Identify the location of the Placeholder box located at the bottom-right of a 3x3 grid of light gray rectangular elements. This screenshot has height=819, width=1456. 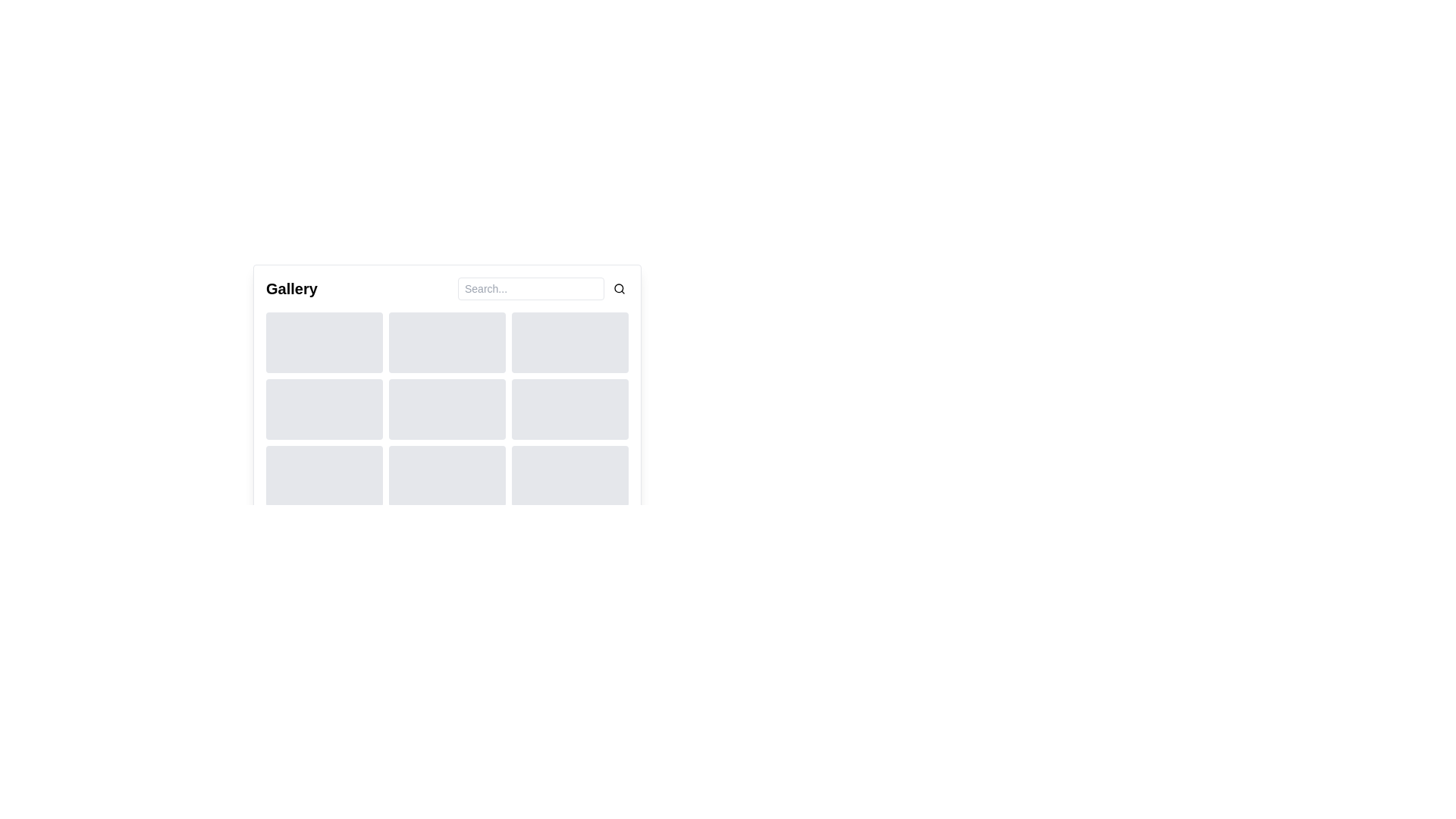
(570, 475).